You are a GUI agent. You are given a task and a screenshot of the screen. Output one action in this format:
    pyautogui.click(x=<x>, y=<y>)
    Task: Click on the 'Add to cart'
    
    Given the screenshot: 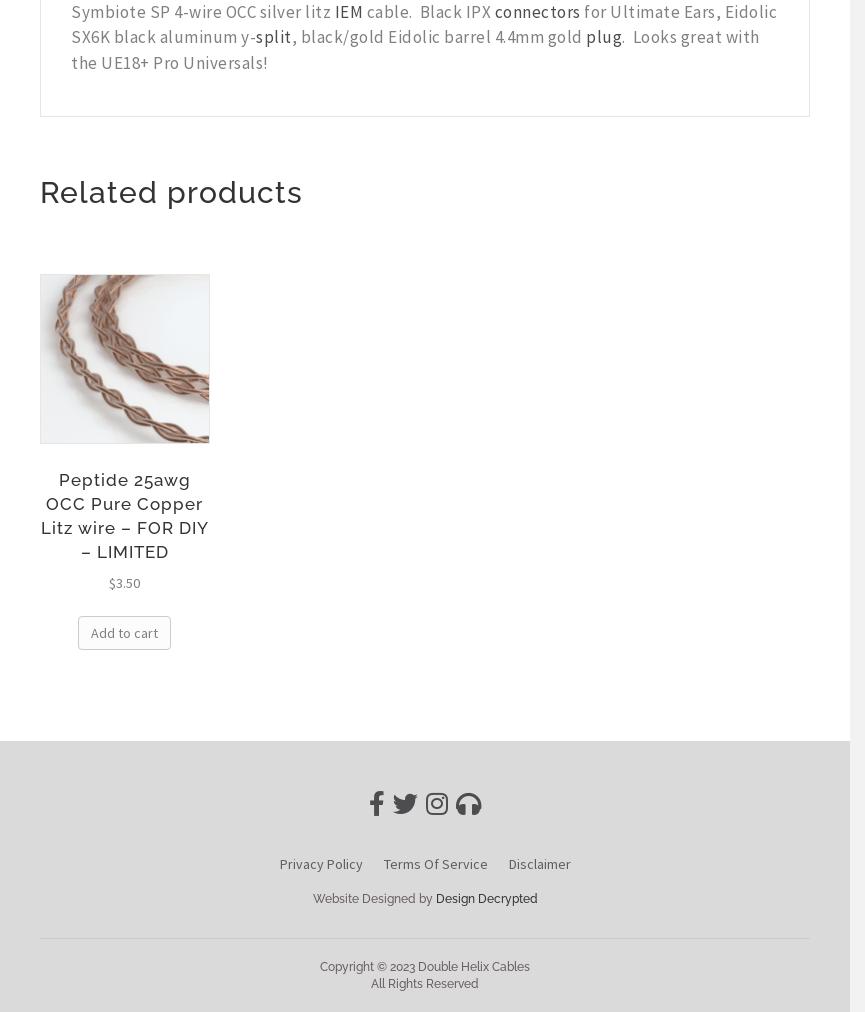 What is the action you would take?
    pyautogui.click(x=90, y=632)
    